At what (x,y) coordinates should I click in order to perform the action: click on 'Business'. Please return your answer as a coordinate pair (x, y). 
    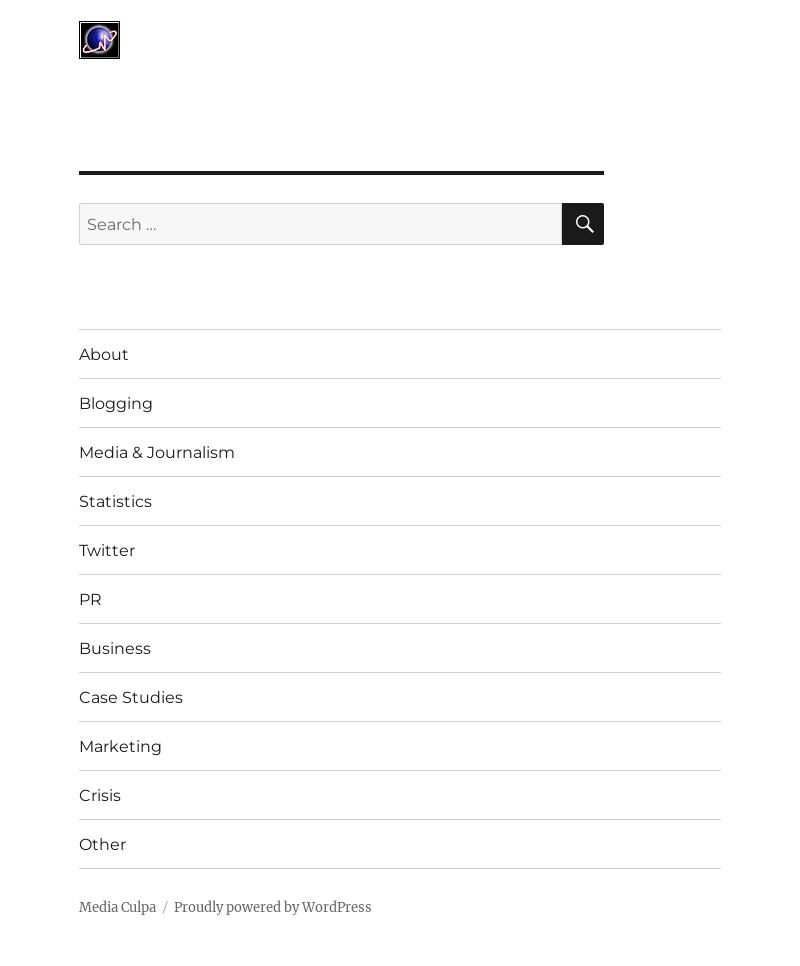
    Looking at the image, I should click on (113, 646).